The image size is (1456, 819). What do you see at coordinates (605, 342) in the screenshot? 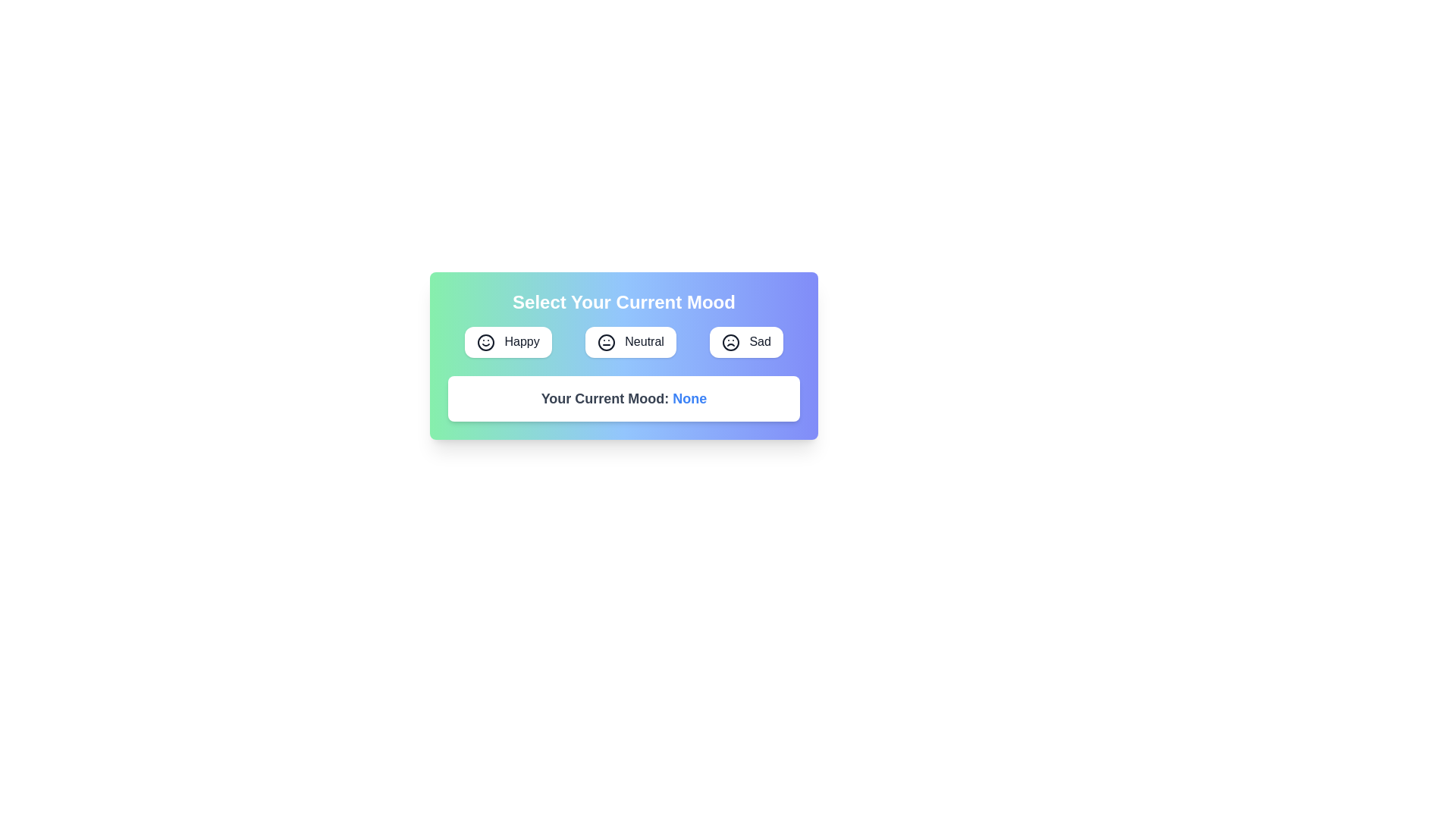
I see `the neutral expression icon within the 'Neutral' button by` at bounding box center [605, 342].